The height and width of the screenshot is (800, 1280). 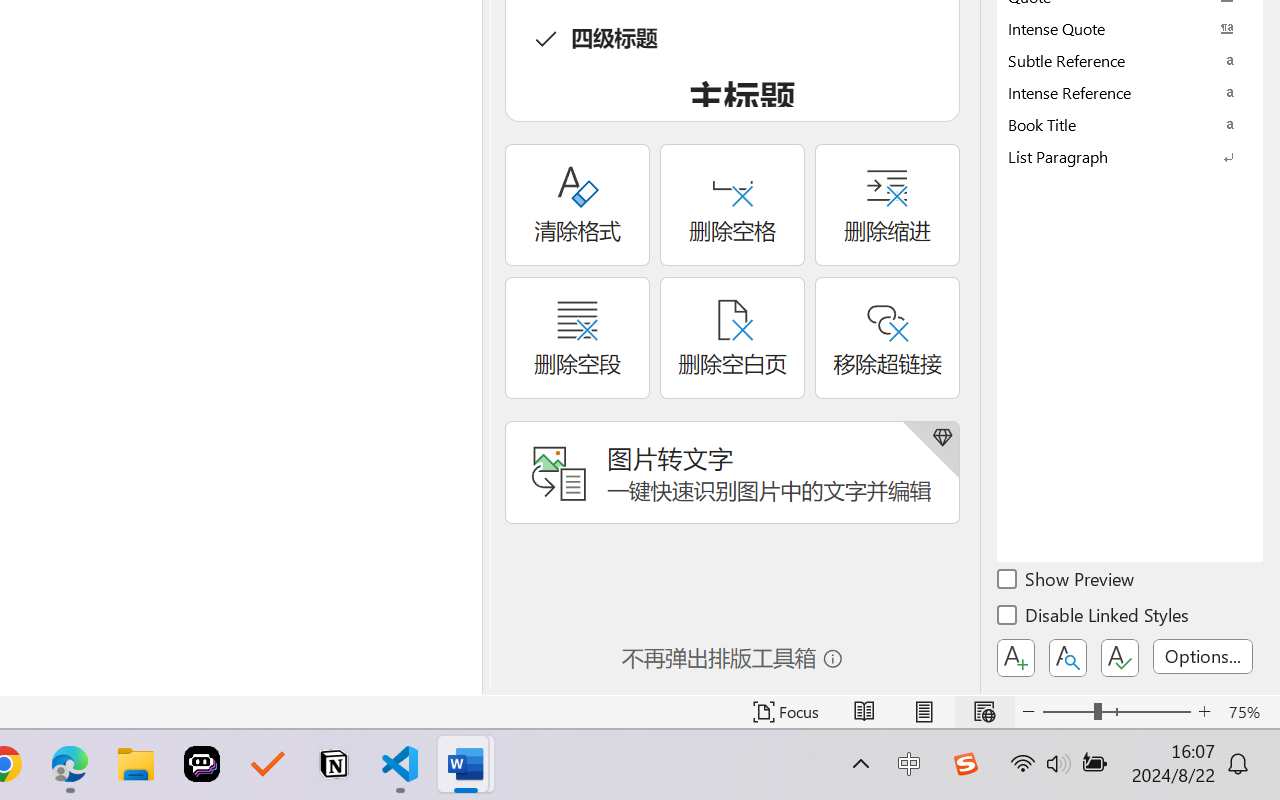 What do you see at coordinates (1130, 123) in the screenshot?
I see `'Book Title'` at bounding box center [1130, 123].